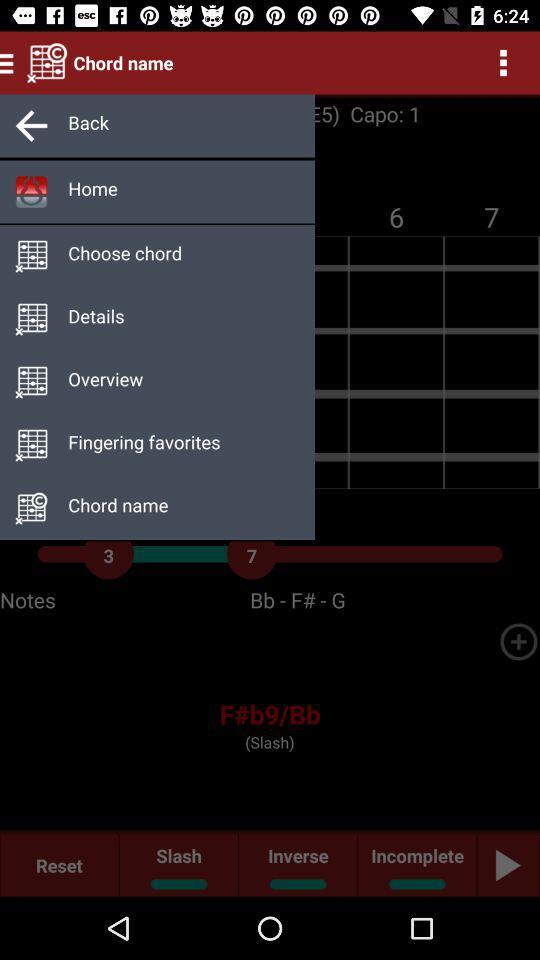 The image size is (540, 960). I want to click on option inverse which is at the bottom of the page, so click(297, 864).